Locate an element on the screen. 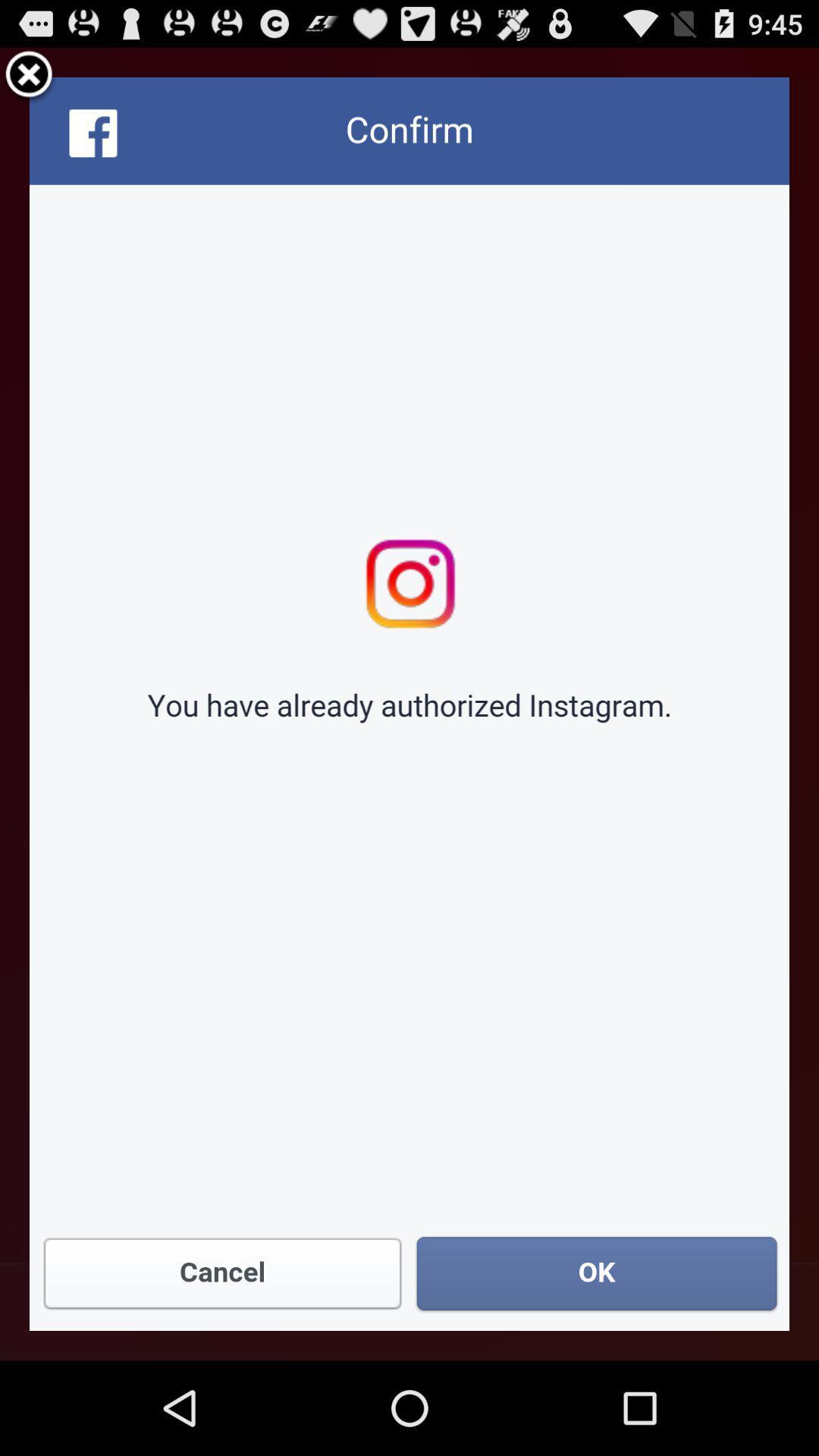  app is located at coordinates (29, 76).